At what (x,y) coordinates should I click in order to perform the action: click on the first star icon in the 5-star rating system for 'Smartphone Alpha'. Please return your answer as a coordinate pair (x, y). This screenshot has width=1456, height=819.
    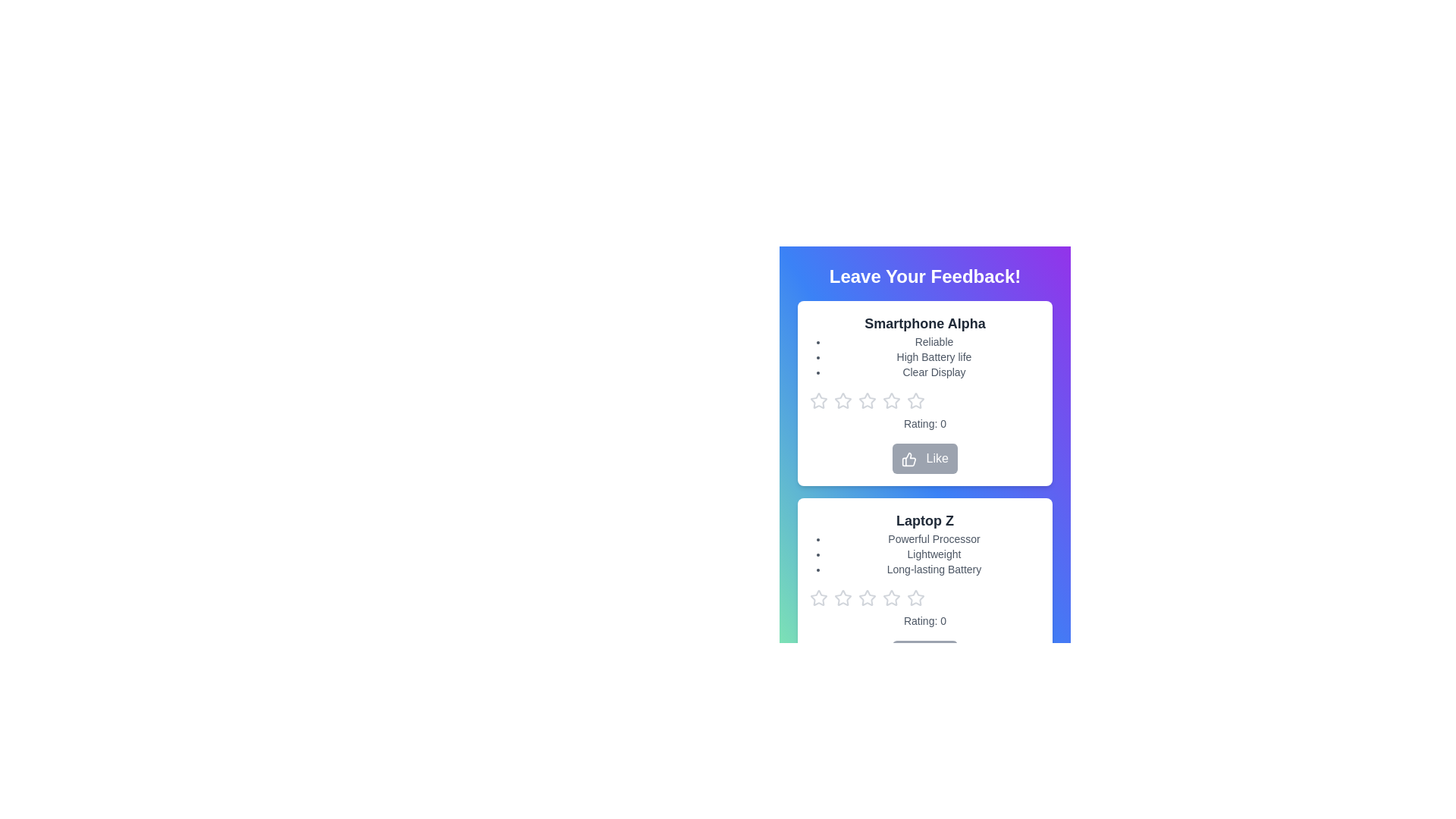
    Looking at the image, I should click on (818, 400).